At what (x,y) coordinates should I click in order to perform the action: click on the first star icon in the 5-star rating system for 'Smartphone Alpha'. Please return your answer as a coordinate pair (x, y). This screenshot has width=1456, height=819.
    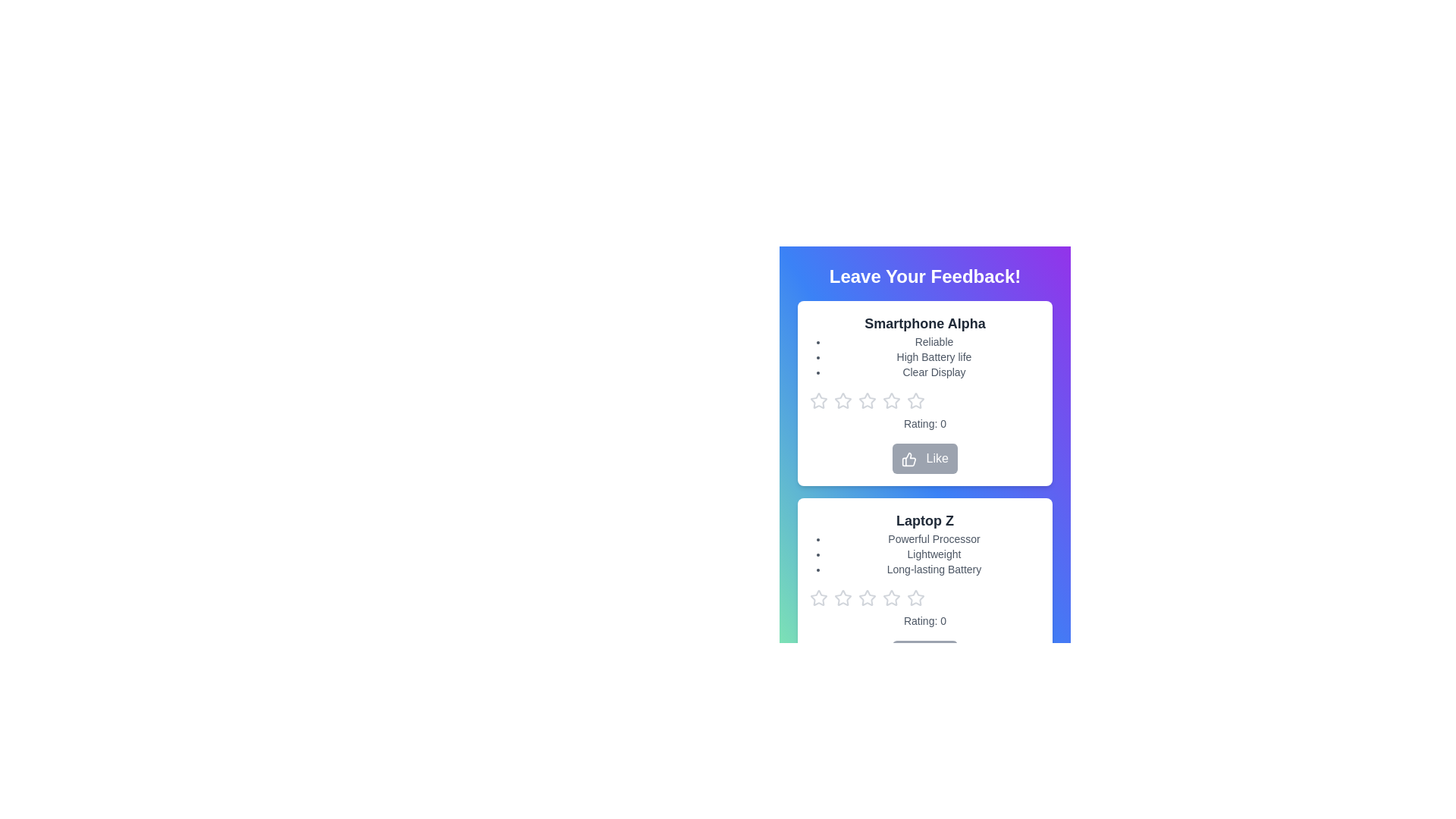
    Looking at the image, I should click on (818, 400).